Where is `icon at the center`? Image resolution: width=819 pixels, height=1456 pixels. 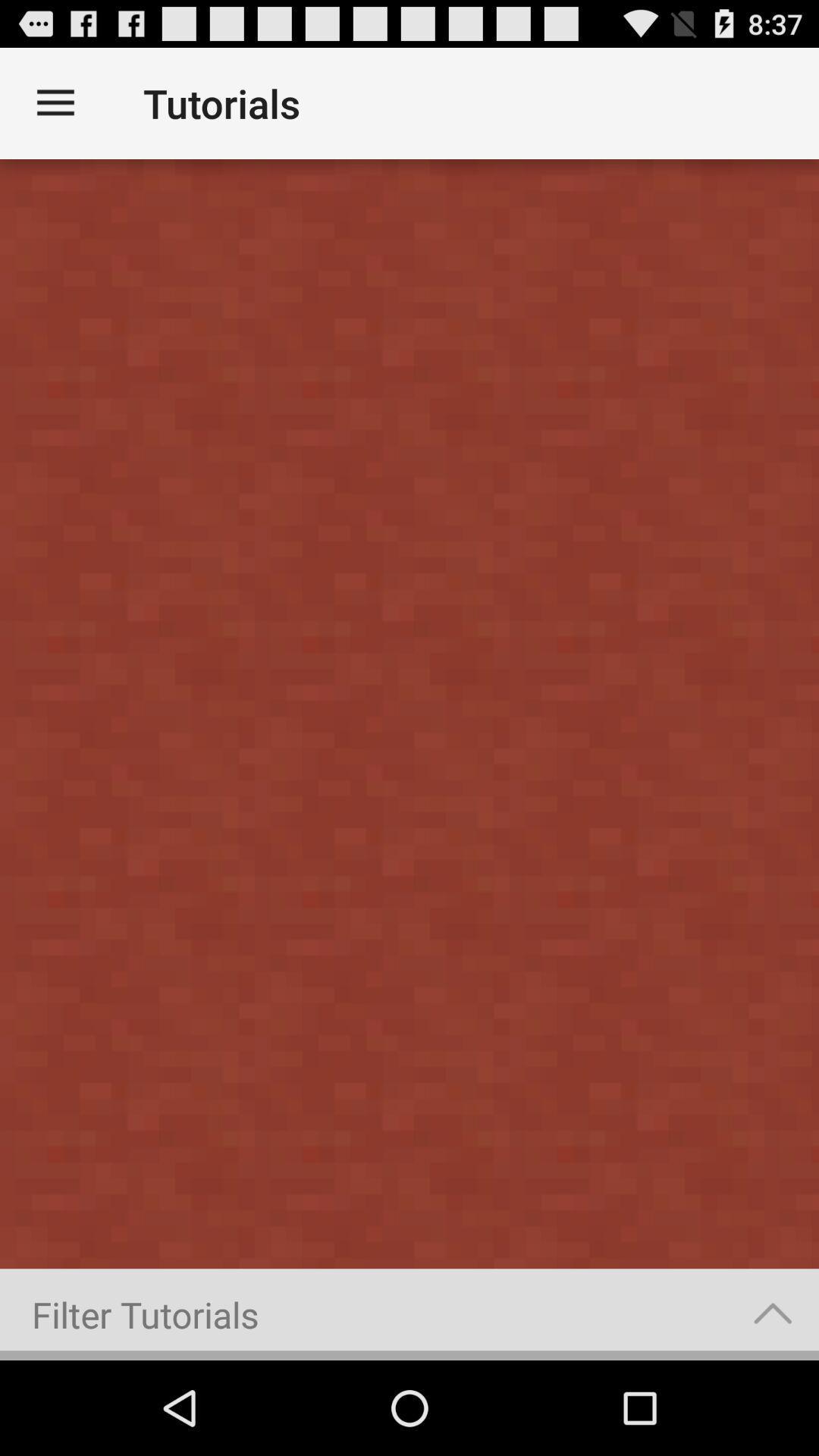
icon at the center is located at coordinates (409, 713).